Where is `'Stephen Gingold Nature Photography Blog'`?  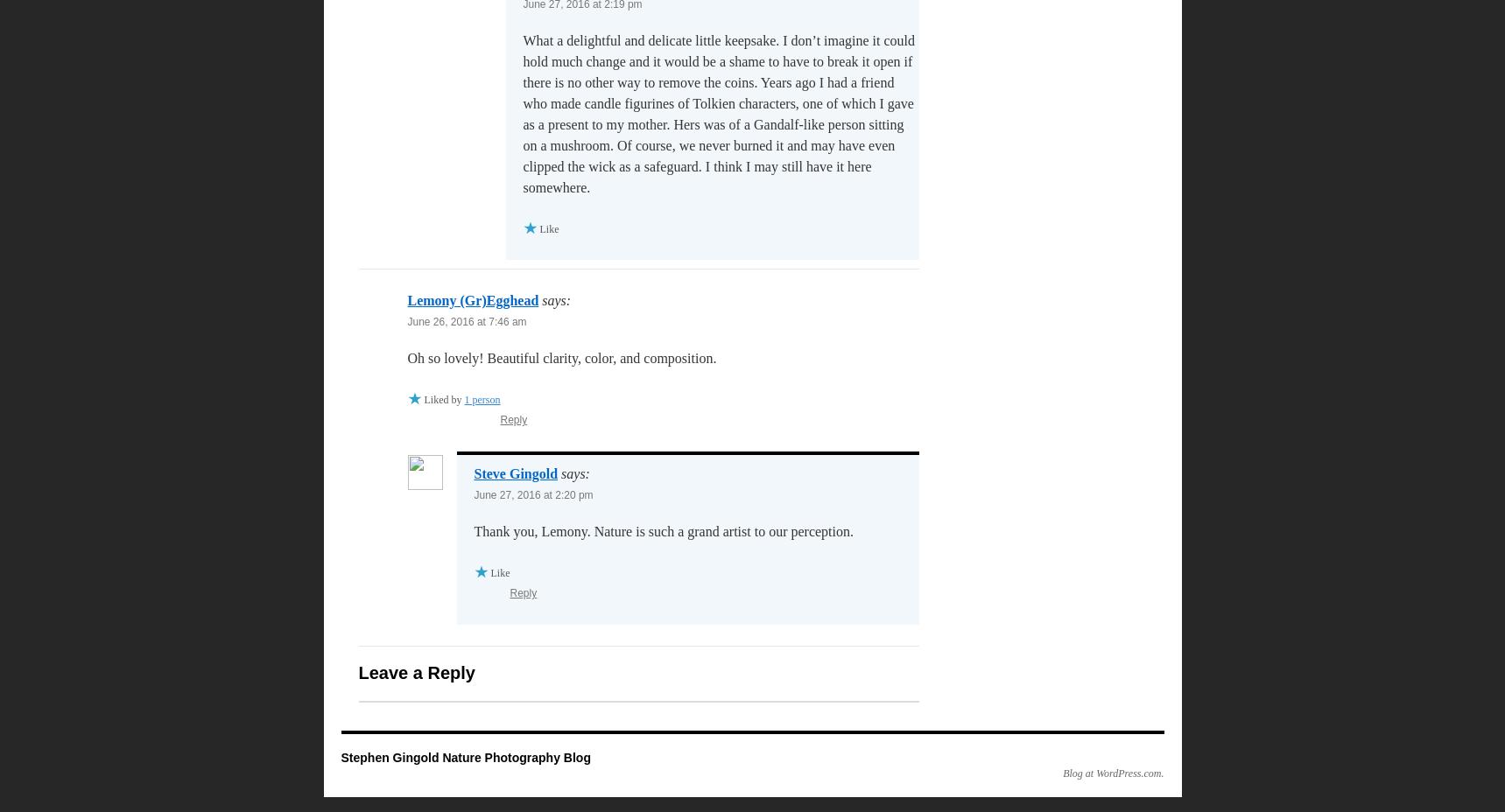 'Stephen Gingold Nature Photography Blog' is located at coordinates (340, 758).